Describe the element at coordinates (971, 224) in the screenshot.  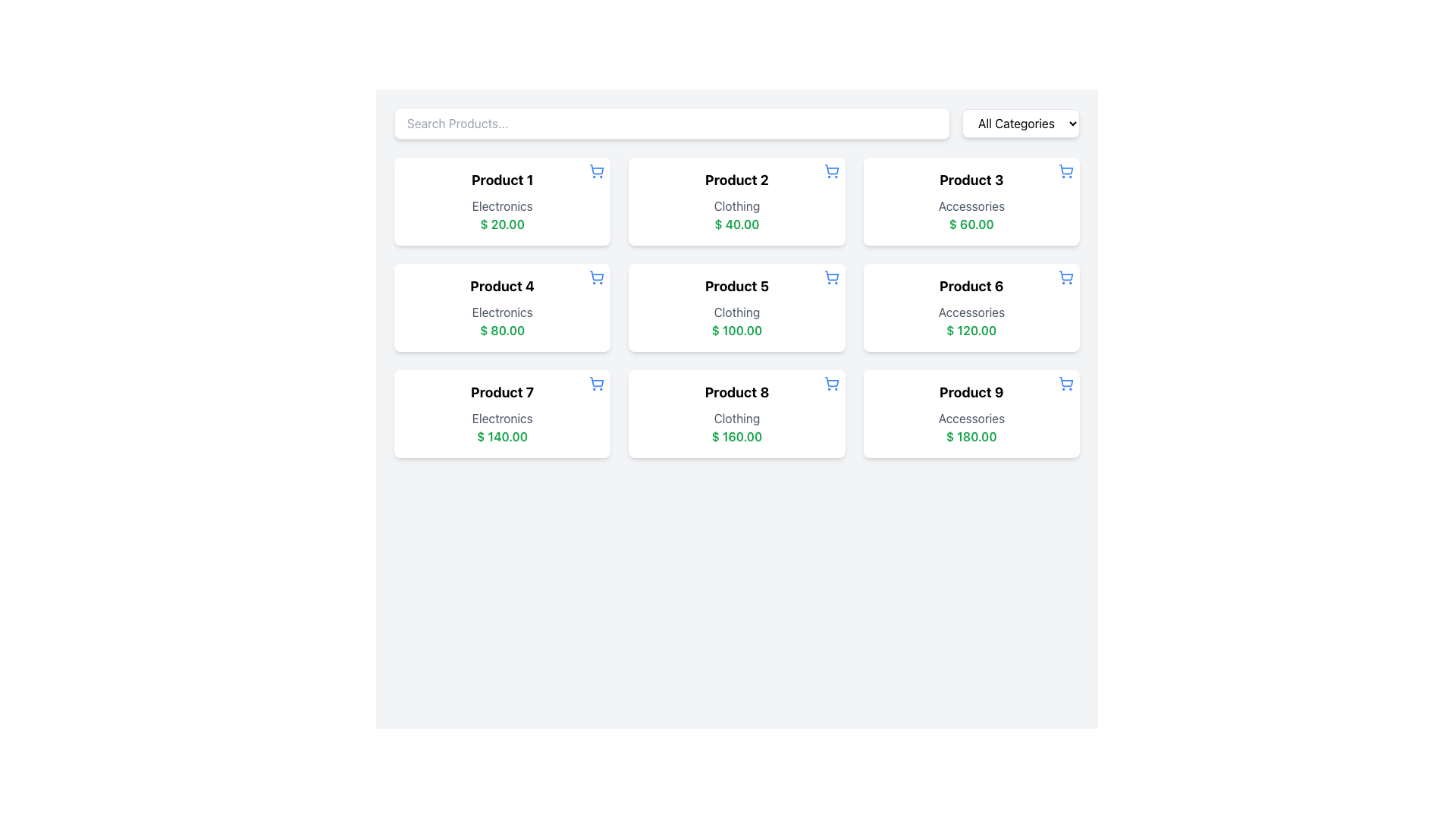
I see `the static text displaying the price of 'Product 3', which is positioned below the 'Accessories' label in the product card` at that location.